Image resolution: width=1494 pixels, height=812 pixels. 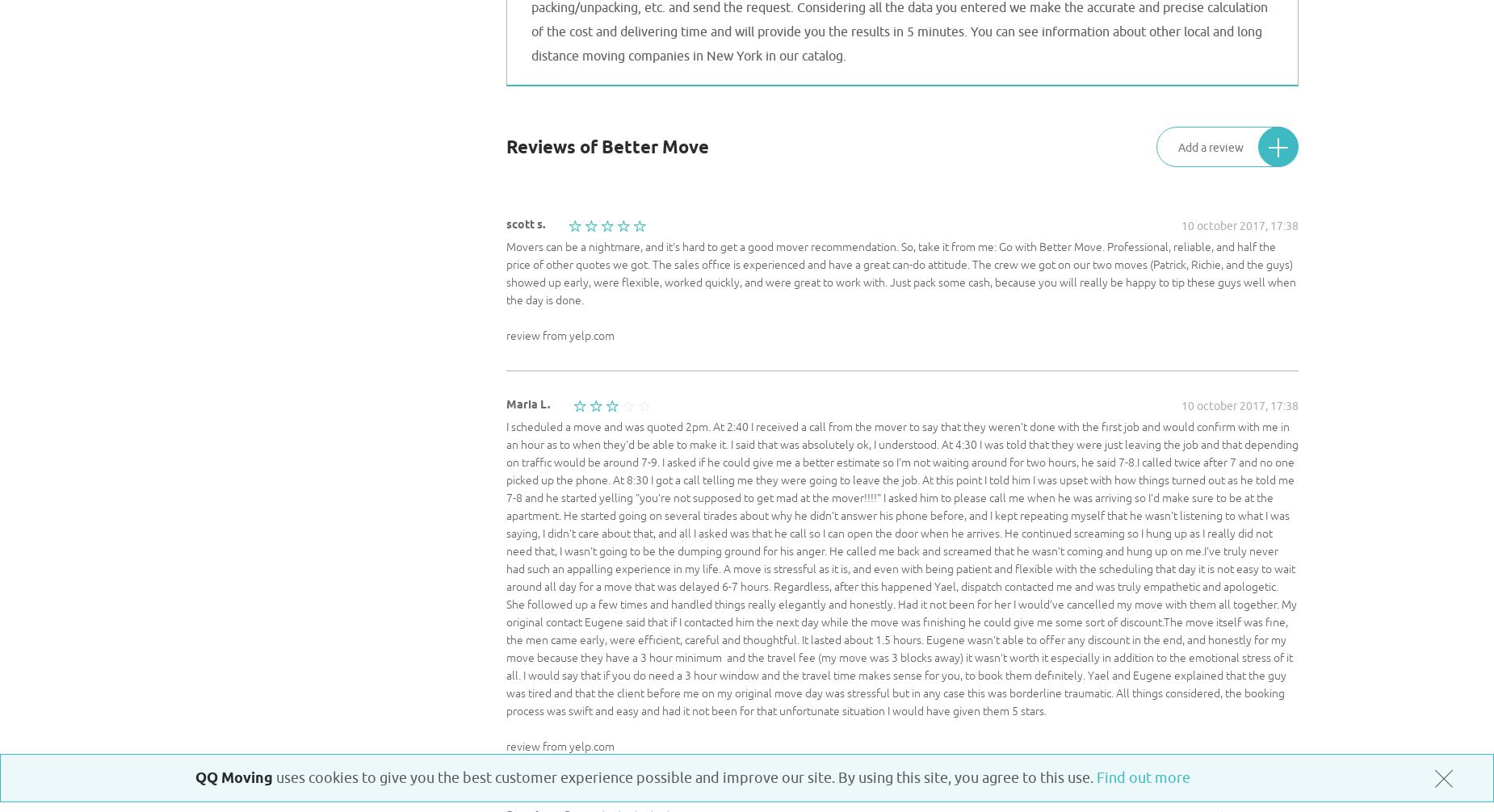 I want to click on 'QQ Moving', so click(x=233, y=776).